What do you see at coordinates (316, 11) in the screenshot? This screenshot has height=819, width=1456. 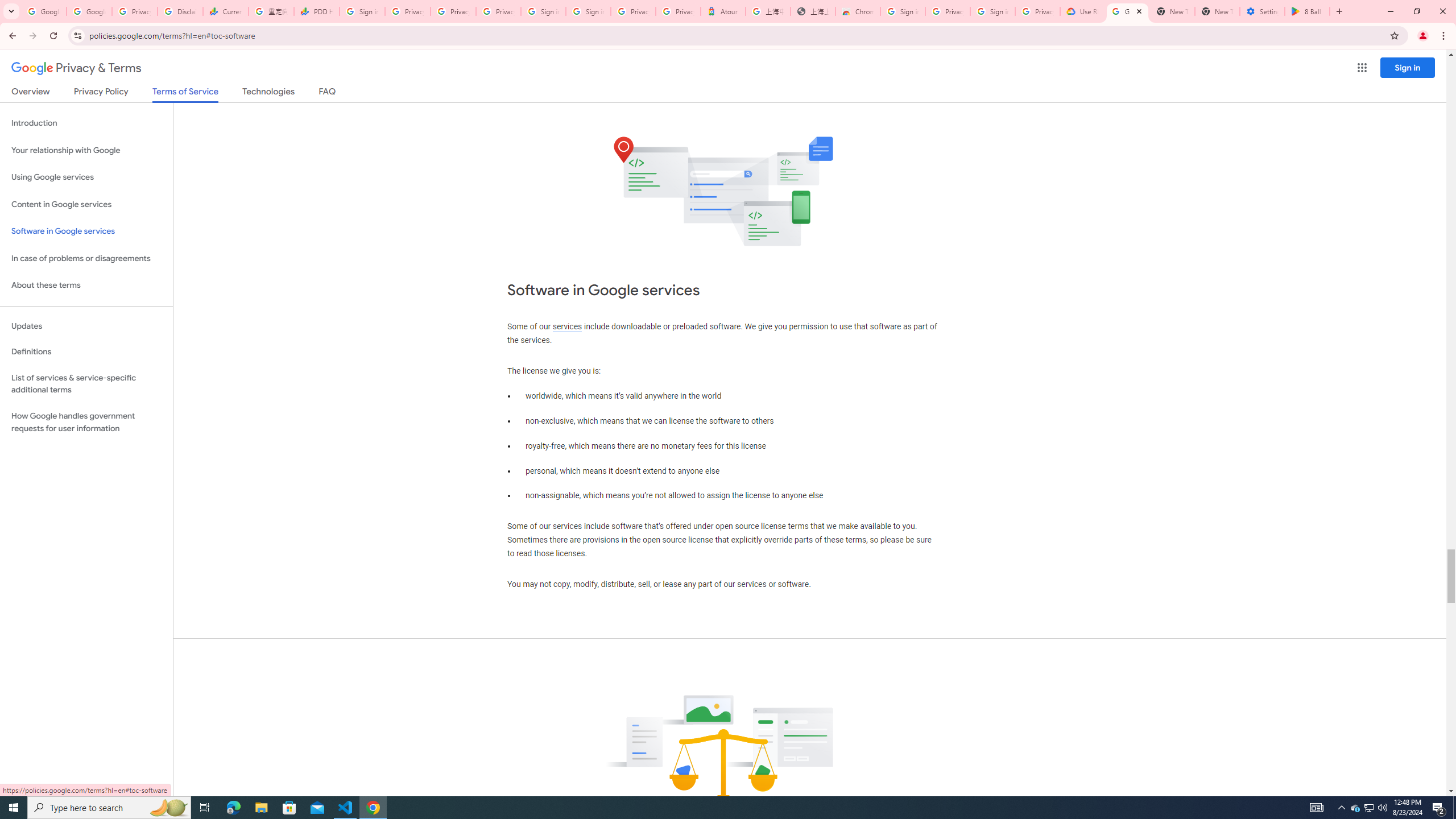 I see `'PDD Holdings Inc - ADR (PDD) Price & News - Google Finance'` at bounding box center [316, 11].